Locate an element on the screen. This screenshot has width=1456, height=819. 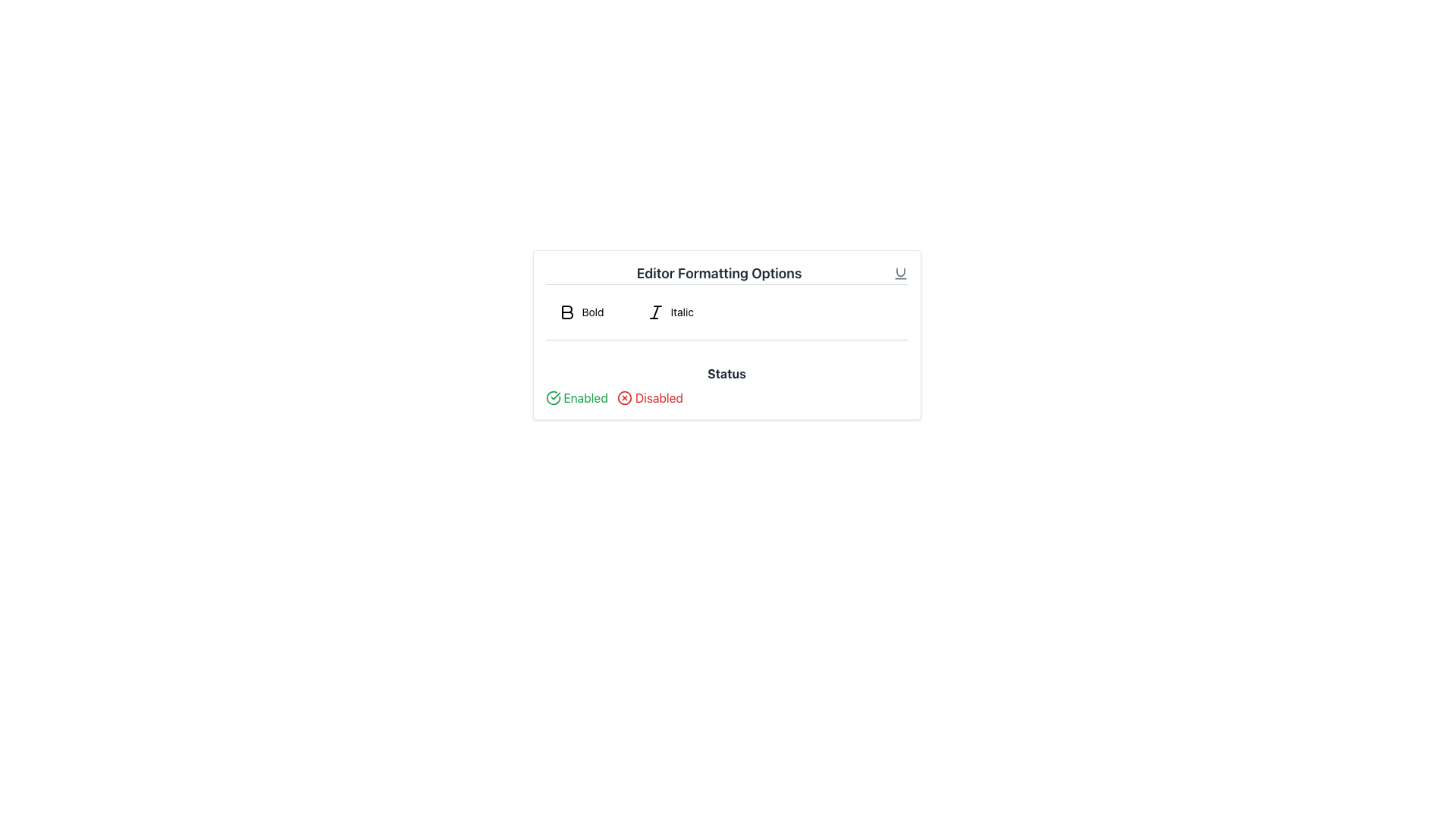
the checkmark icon that indicates an 'Enabled' status, located to the left of the 'Enabled' text label in the lower section of the layout under the 'Status' header is located at coordinates (552, 397).